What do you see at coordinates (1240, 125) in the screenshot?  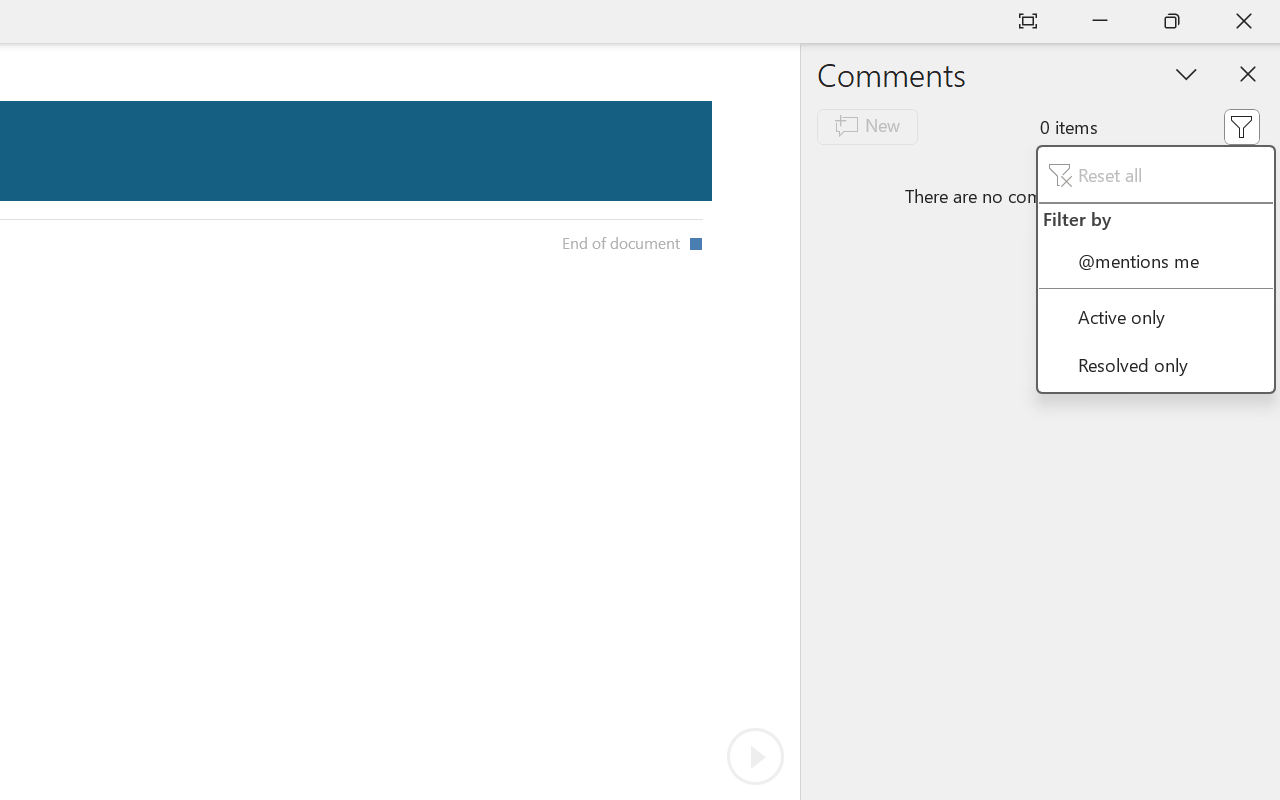 I see `'Filter'` at bounding box center [1240, 125].